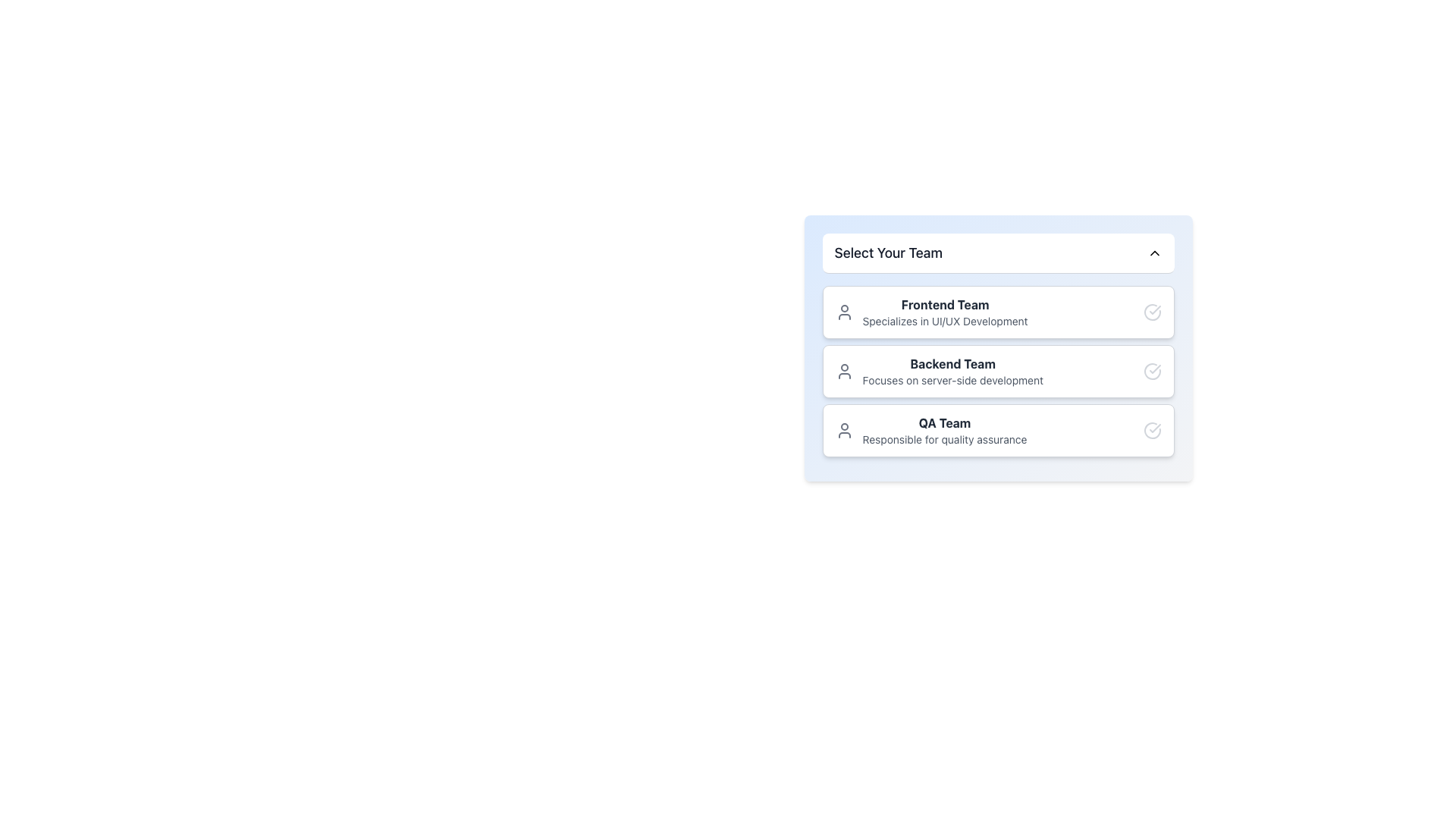 The image size is (1456, 819). Describe the element at coordinates (944, 430) in the screenshot. I see `the 'QA Team' text block, which displays the text 'QA Team' in bold followed by 'Responsible for quality assurance', positioned as the third entry in a vertical list of team descriptions` at that location.